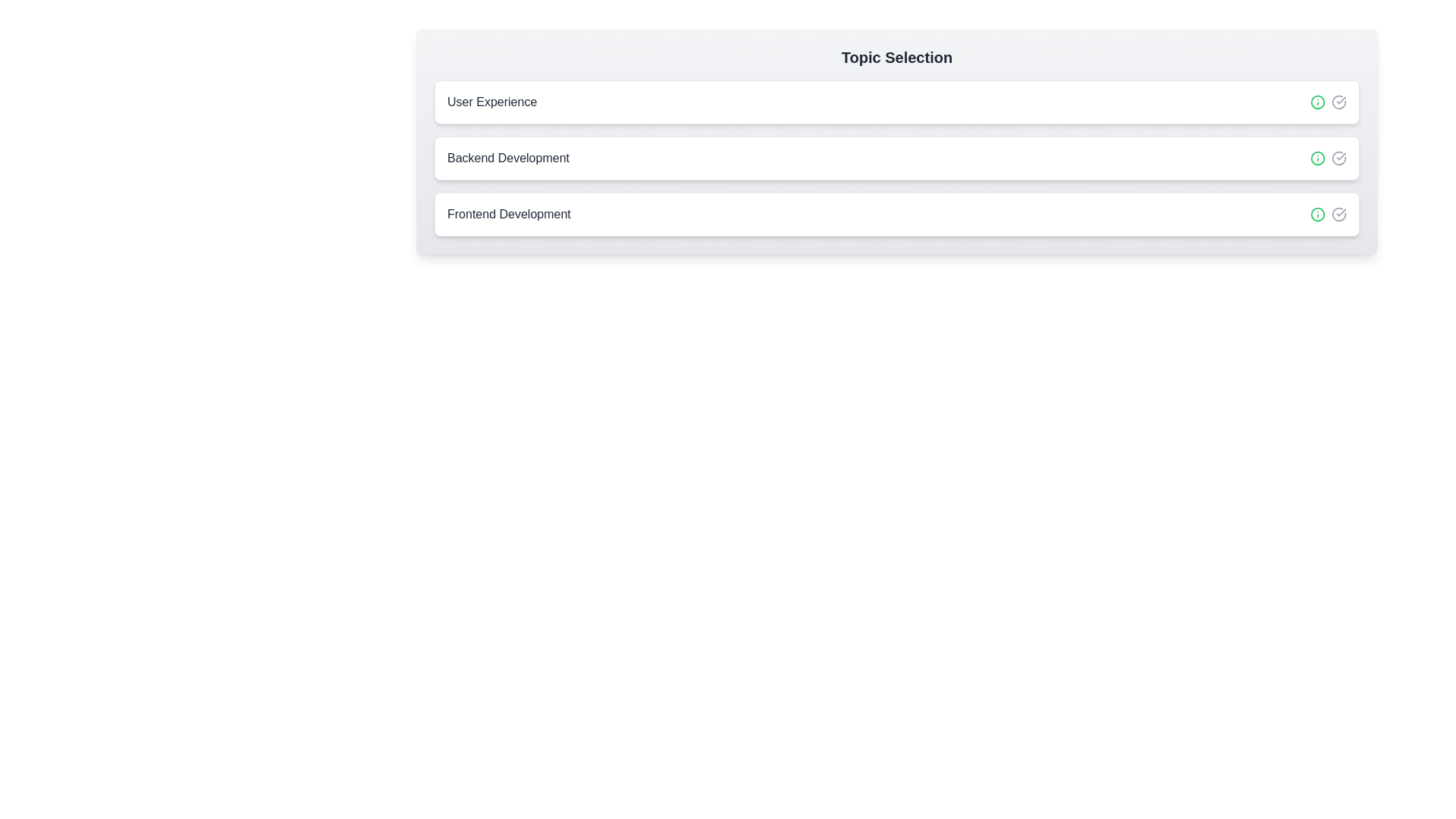 The width and height of the screenshot is (1456, 819). What do you see at coordinates (1316, 214) in the screenshot?
I see `the information icon of the chip labeled 'Frontend Development'` at bounding box center [1316, 214].